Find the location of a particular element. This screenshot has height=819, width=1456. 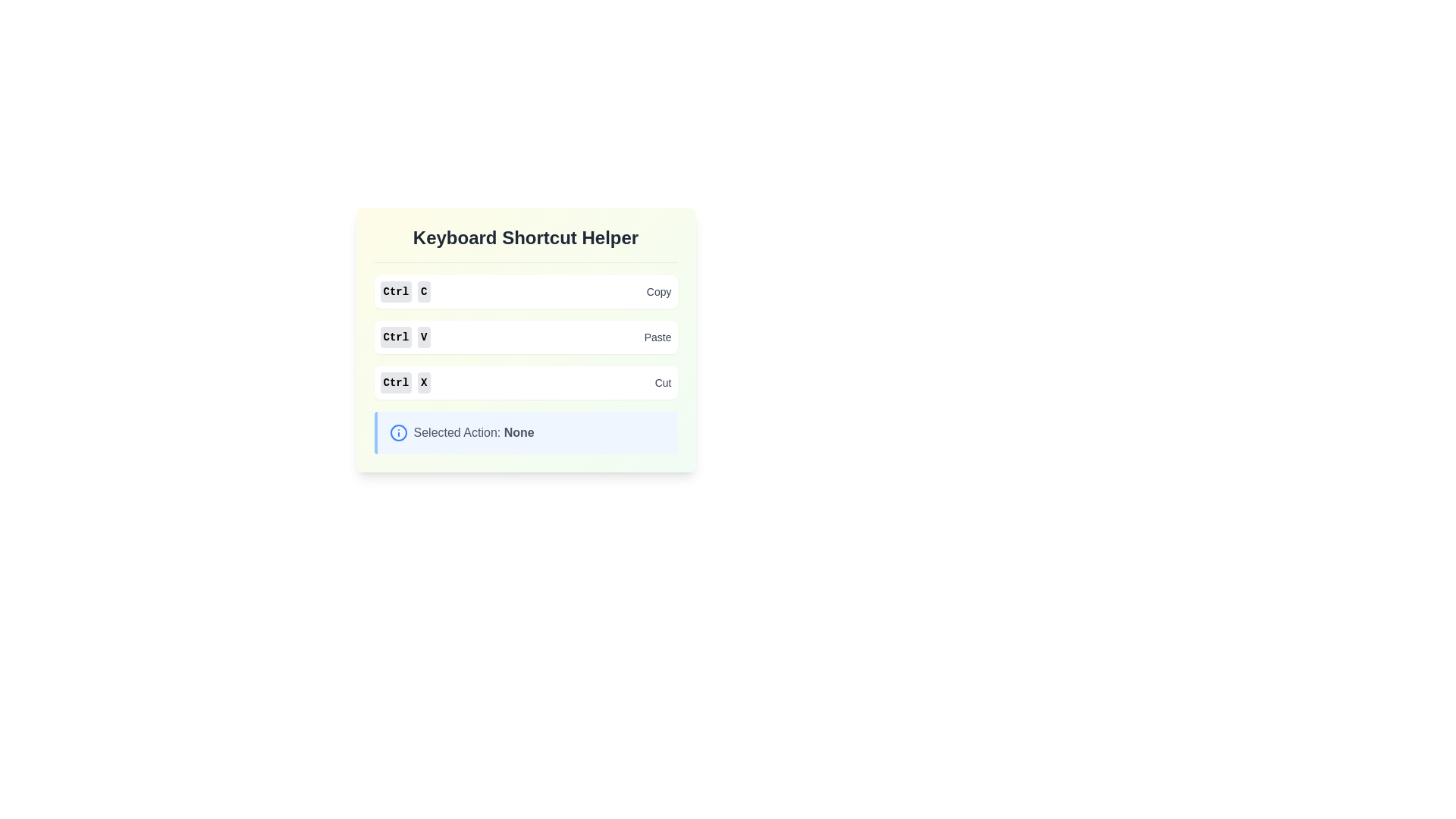

the text label displaying 'Selected Action: None' which is part of the 'Keyboard Shortcut Helper' component, located at the bottom section and accompanied by an info icon is located at coordinates (473, 432).